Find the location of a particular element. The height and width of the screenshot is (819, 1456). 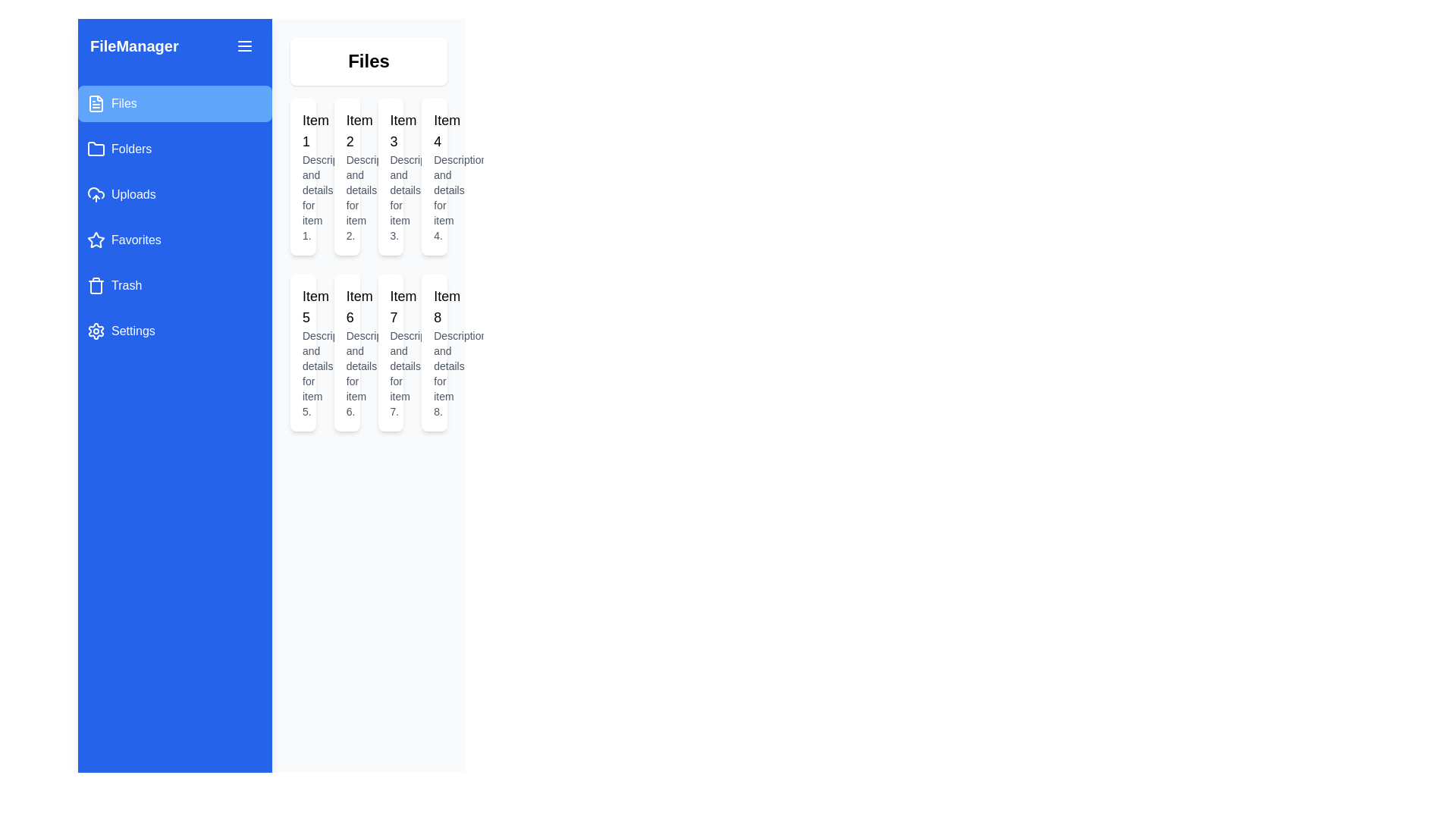

the 'Favorites' text label in the vertical navigation menu is located at coordinates (136, 239).